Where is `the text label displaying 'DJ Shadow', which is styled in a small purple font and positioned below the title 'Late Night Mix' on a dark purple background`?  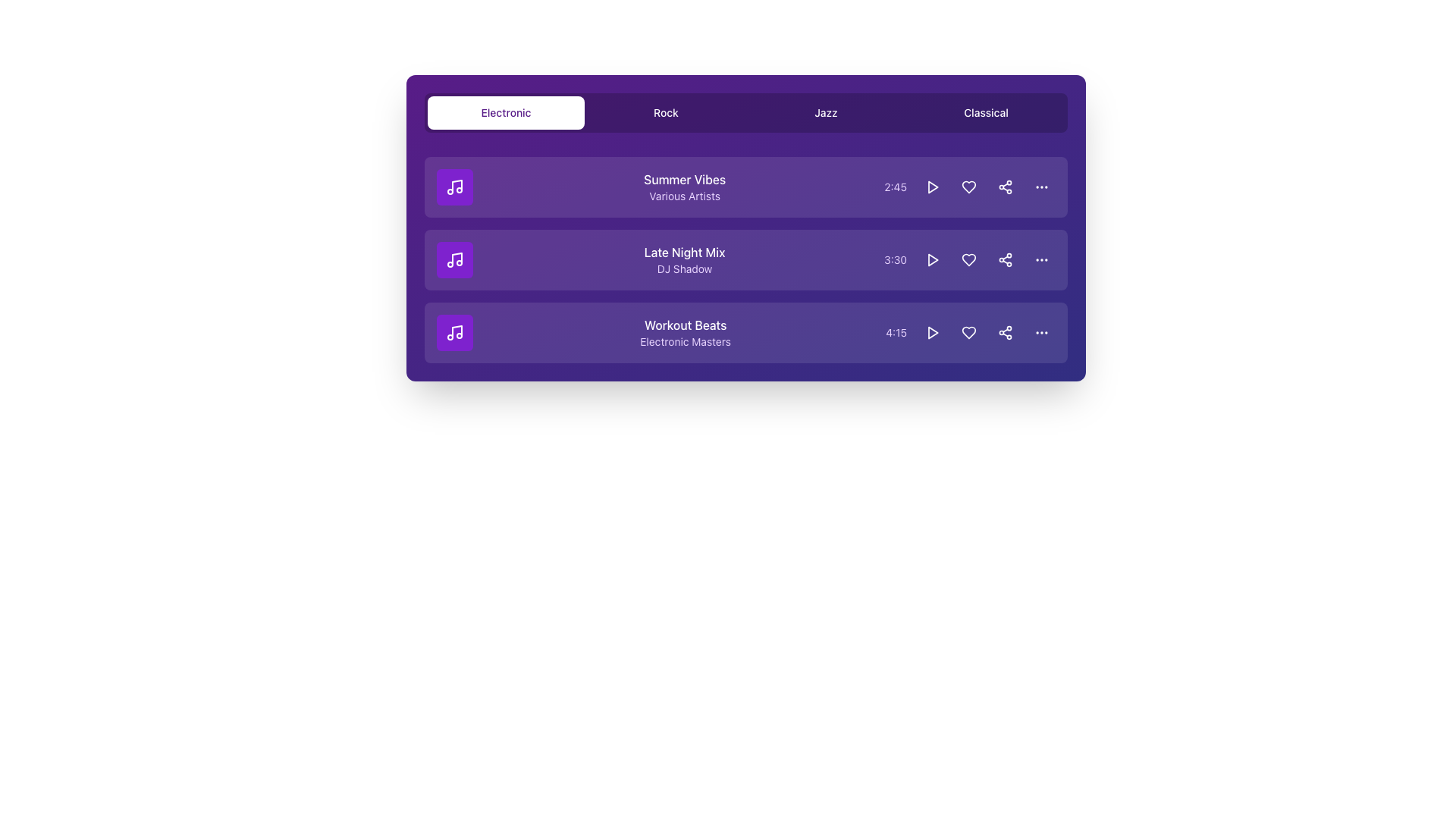
the text label displaying 'DJ Shadow', which is styled in a small purple font and positioned below the title 'Late Night Mix' on a dark purple background is located at coordinates (683, 268).